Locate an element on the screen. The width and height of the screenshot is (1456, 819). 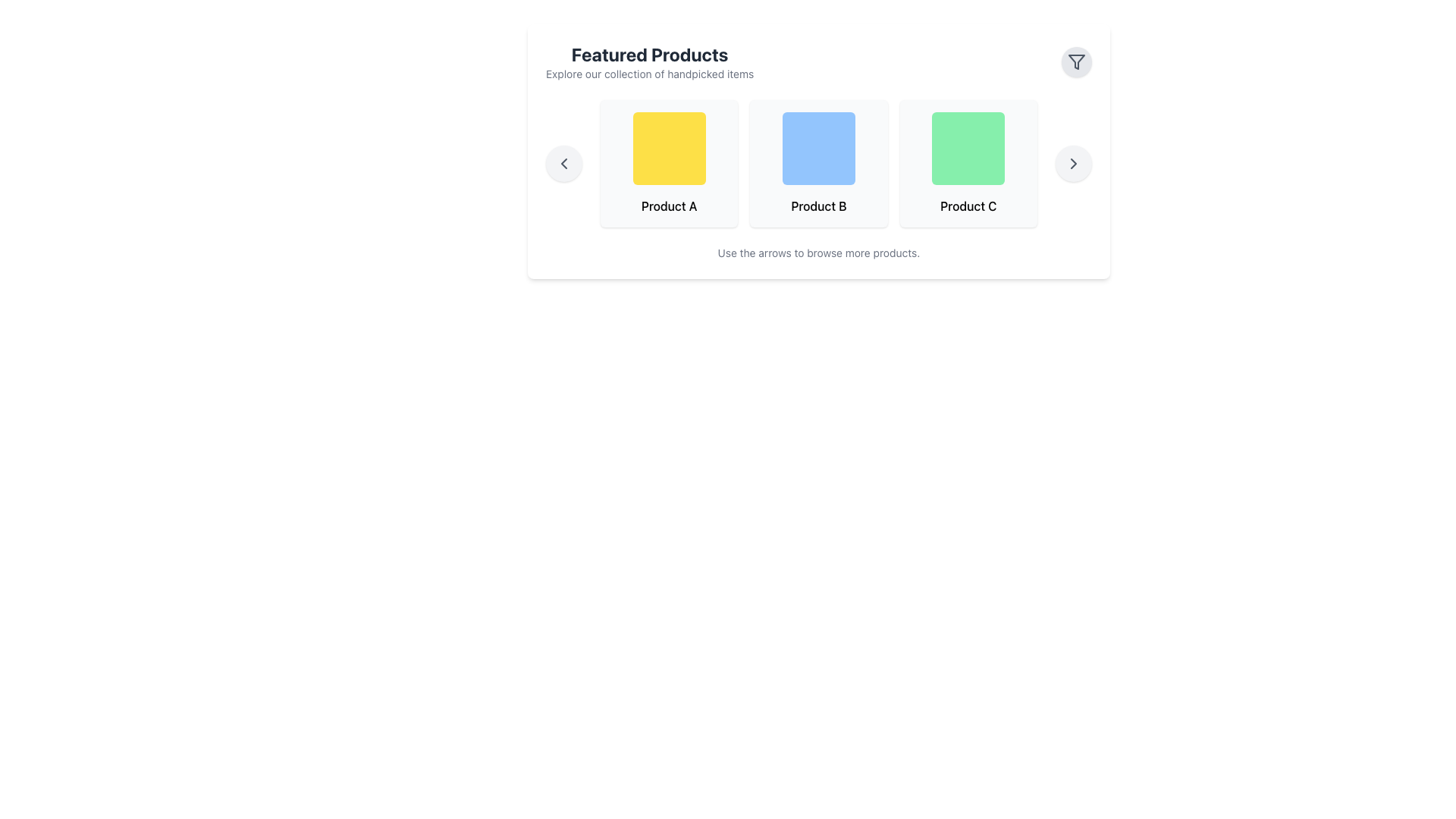
the text label displaying 'Product A', which is styled with a medium font weight and located at the bottom of the leftmost card in a row of three cards is located at coordinates (668, 206).